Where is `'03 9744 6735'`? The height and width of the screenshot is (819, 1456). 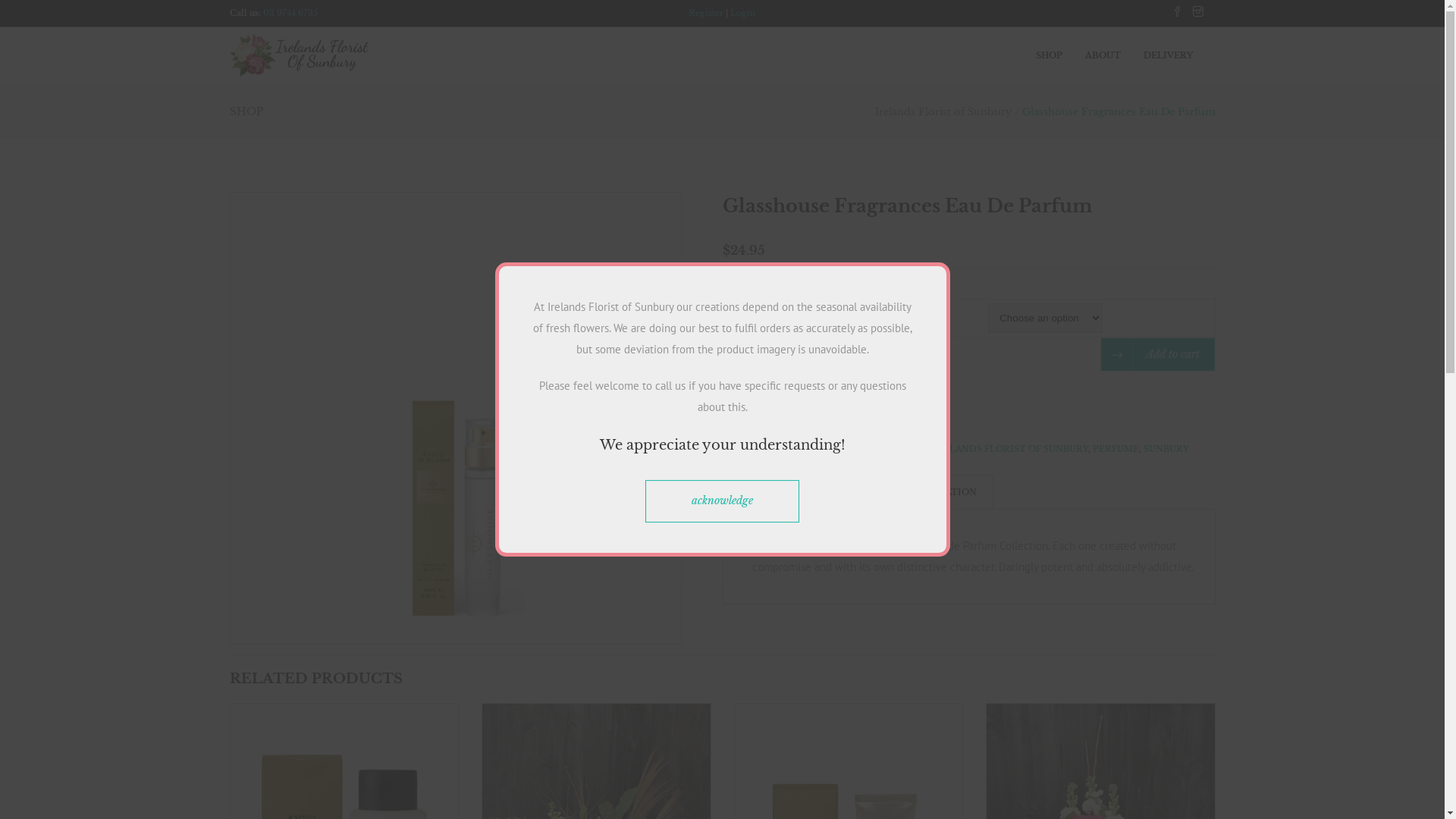
'03 9744 6735' is located at coordinates (290, 12).